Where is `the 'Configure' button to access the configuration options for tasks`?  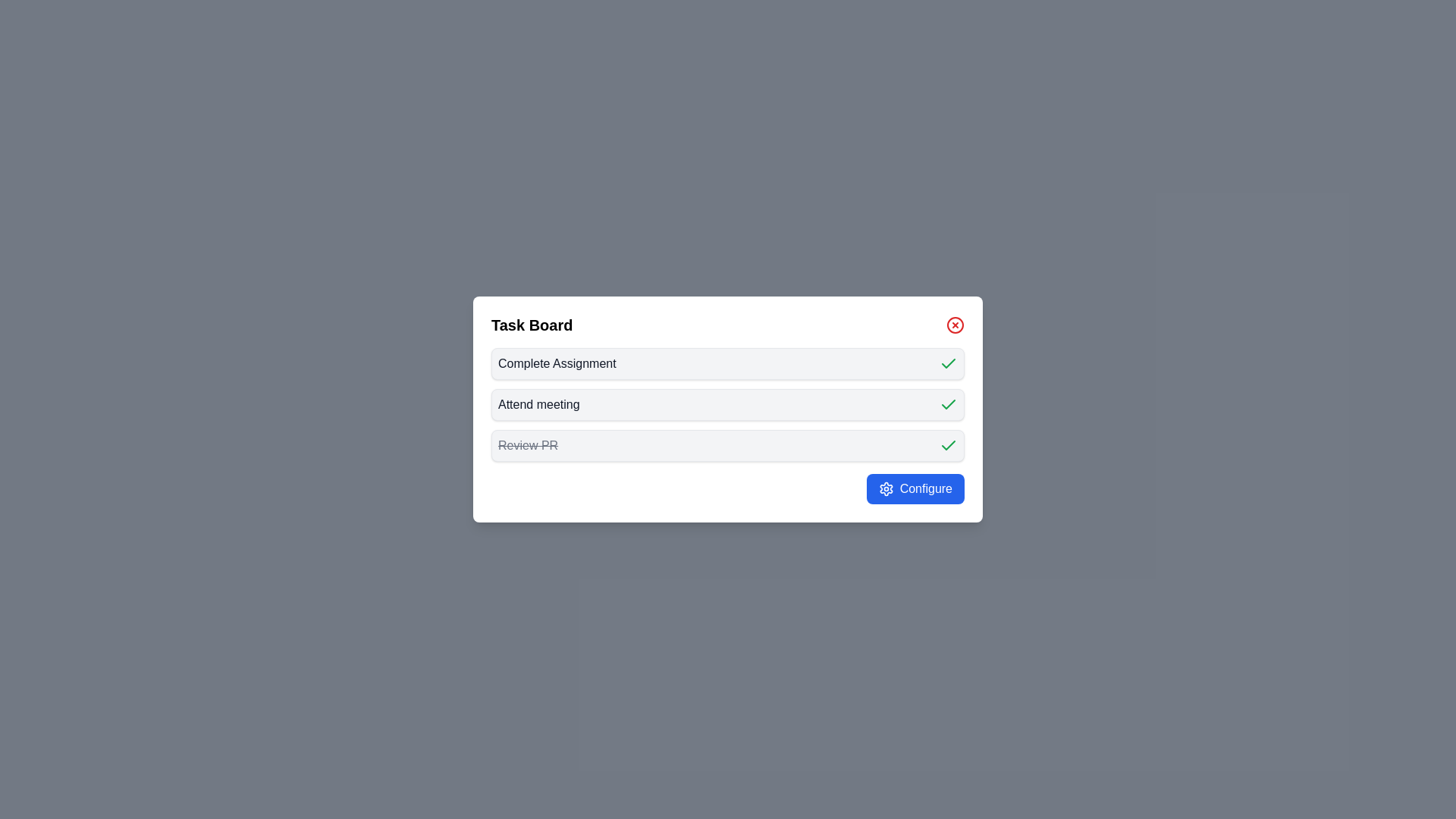
the 'Configure' button to access the configuration options for tasks is located at coordinates (914, 488).